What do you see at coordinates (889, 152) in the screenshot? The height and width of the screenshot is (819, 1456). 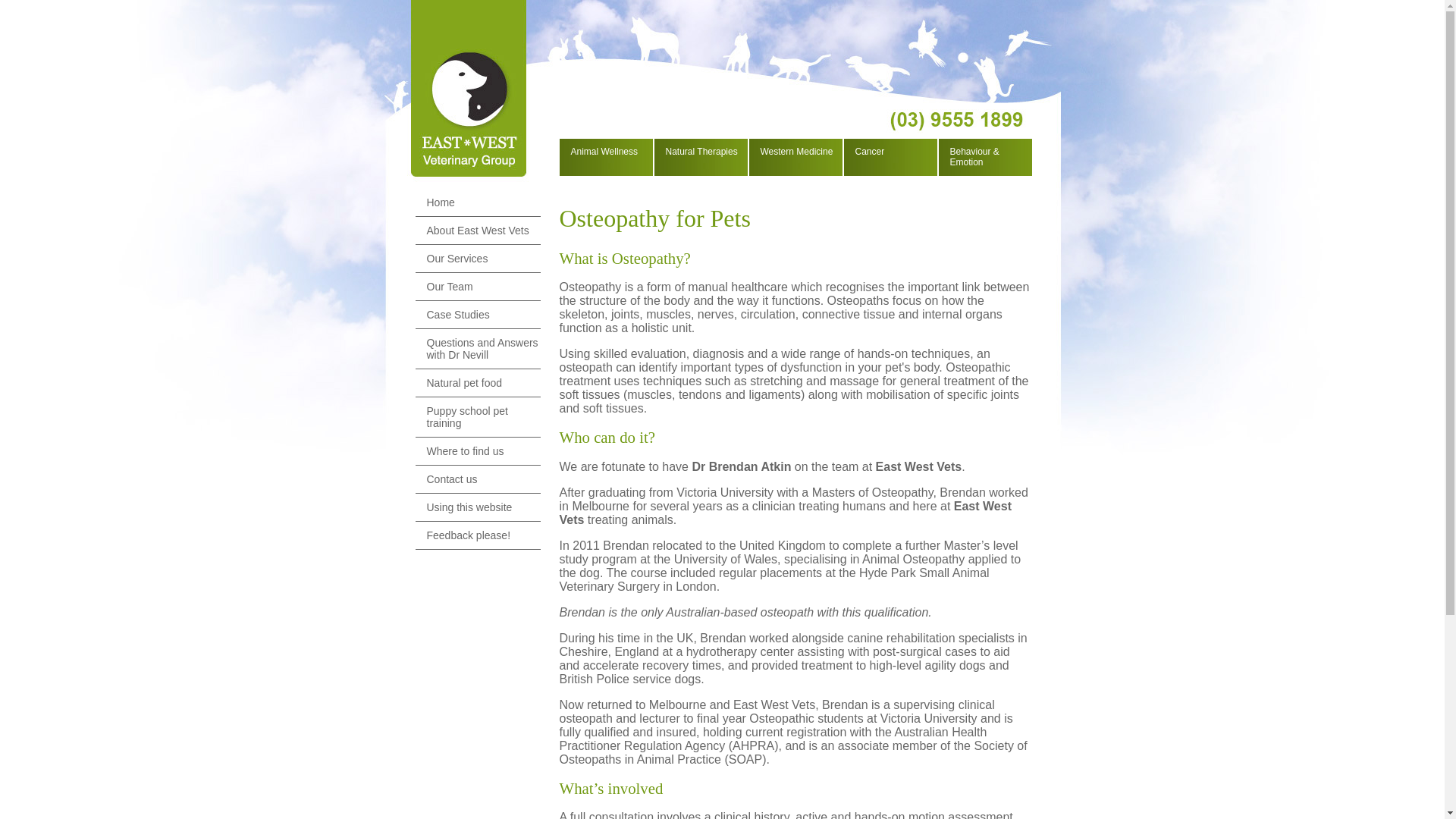 I see `'Cancer'` at bounding box center [889, 152].